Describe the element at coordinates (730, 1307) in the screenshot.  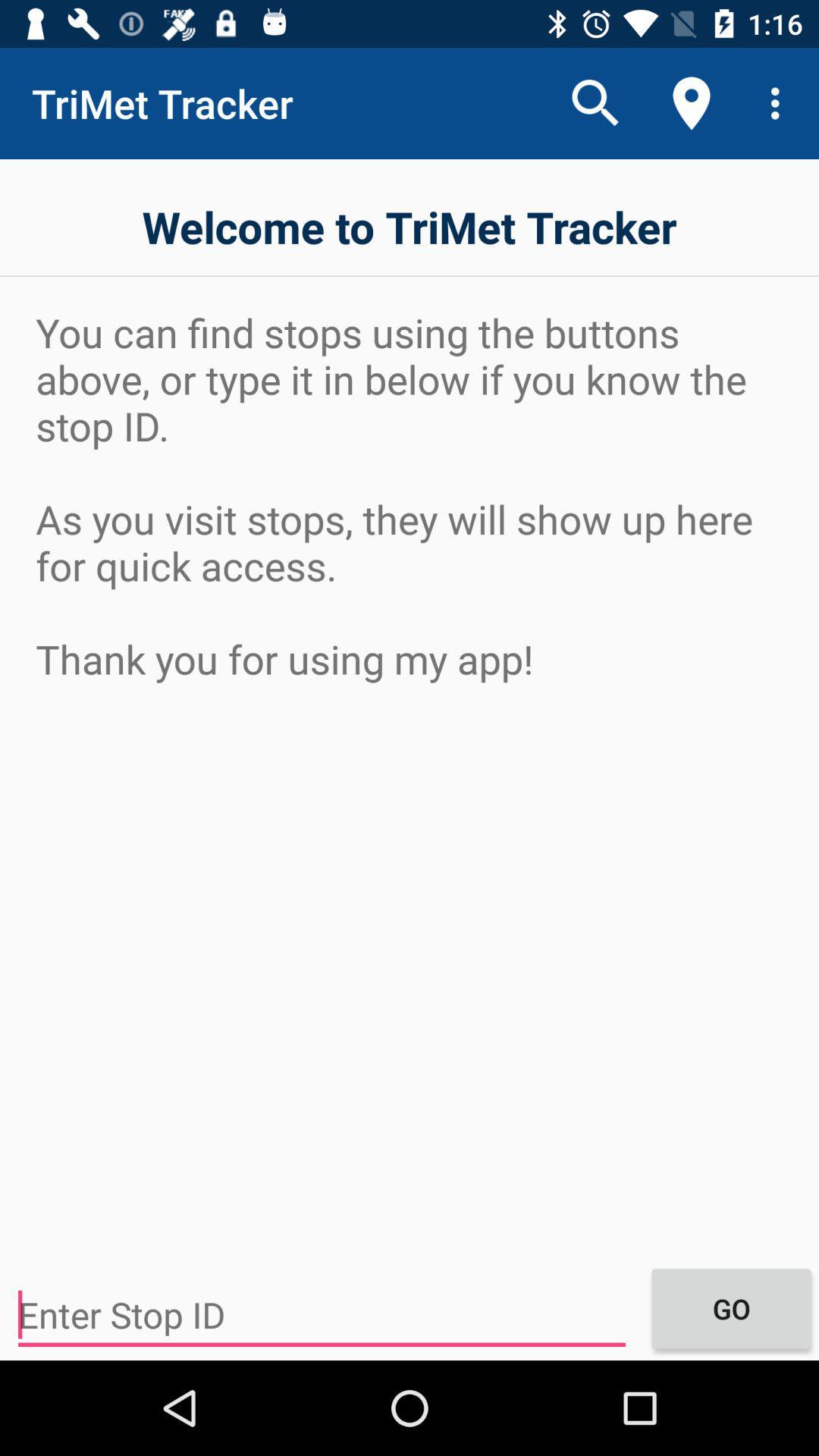
I see `go` at that location.